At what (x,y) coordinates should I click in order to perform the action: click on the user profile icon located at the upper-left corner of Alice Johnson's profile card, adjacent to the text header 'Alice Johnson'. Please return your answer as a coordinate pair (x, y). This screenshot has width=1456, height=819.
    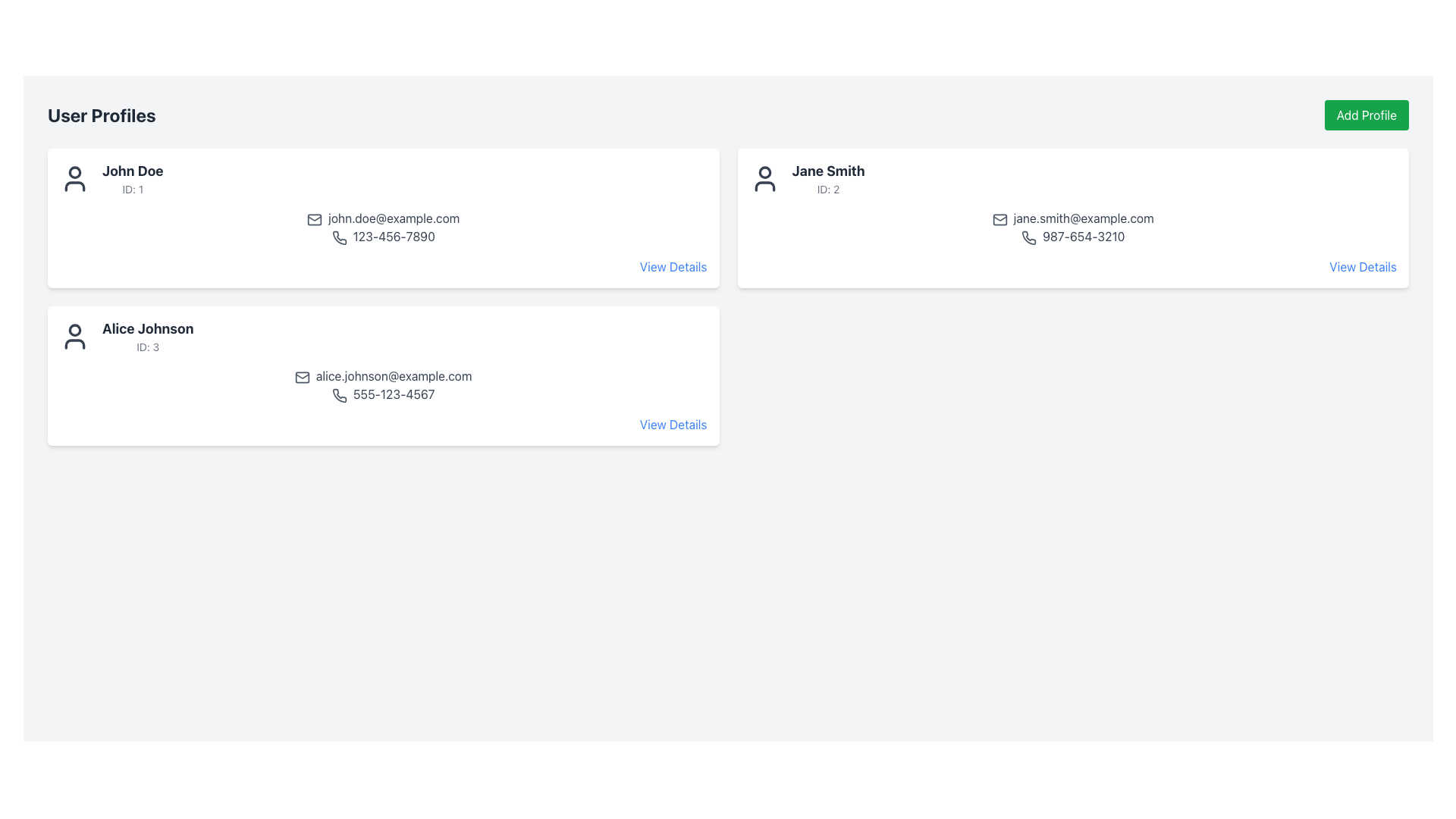
    Looking at the image, I should click on (74, 335).